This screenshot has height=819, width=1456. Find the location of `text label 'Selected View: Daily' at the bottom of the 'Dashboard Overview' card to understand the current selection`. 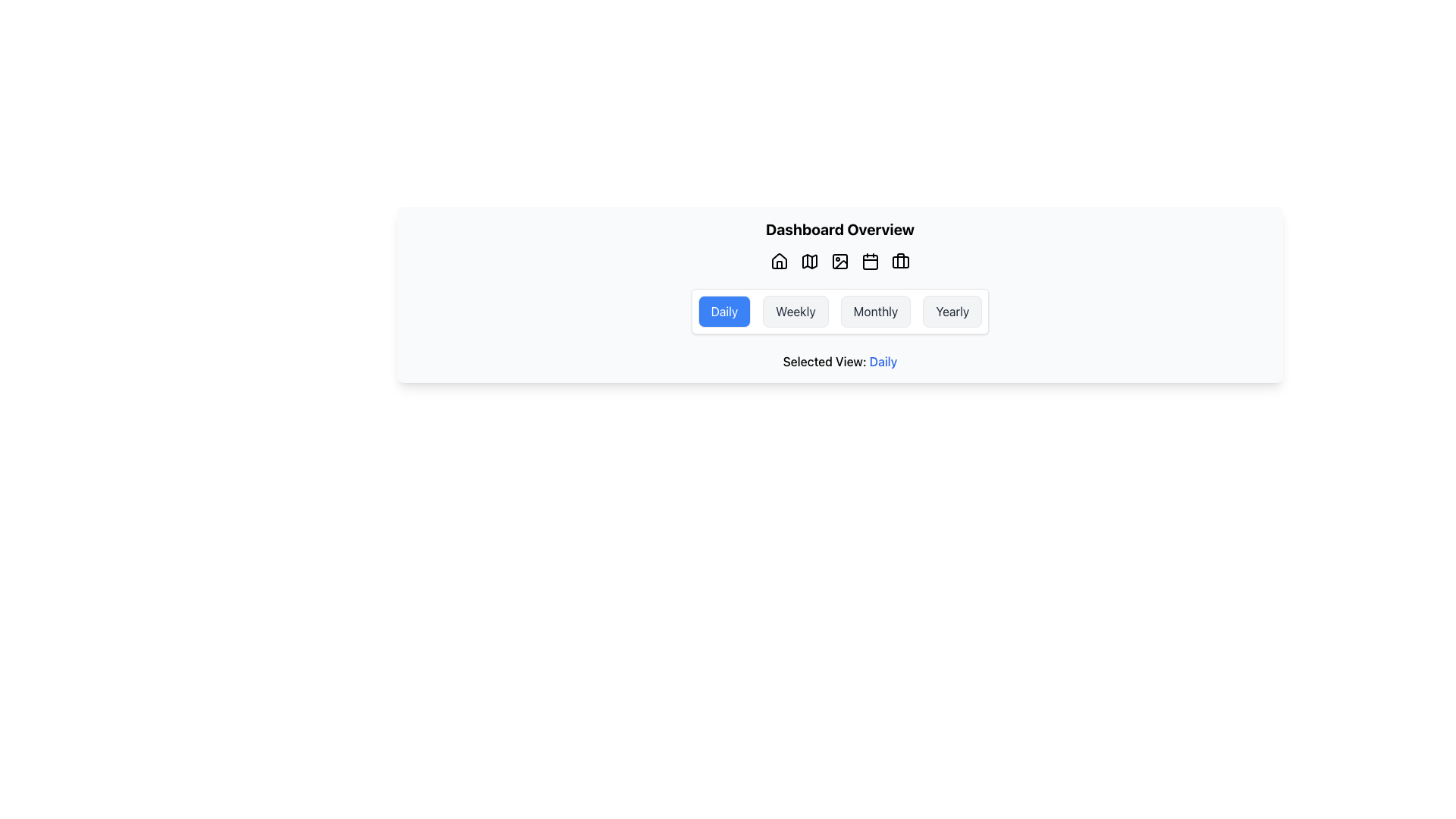

text label 'Selected View: Daily' at the bottom of the 'Dashboard Overview' card to understand the current selection is located at coordinates (839, 362).